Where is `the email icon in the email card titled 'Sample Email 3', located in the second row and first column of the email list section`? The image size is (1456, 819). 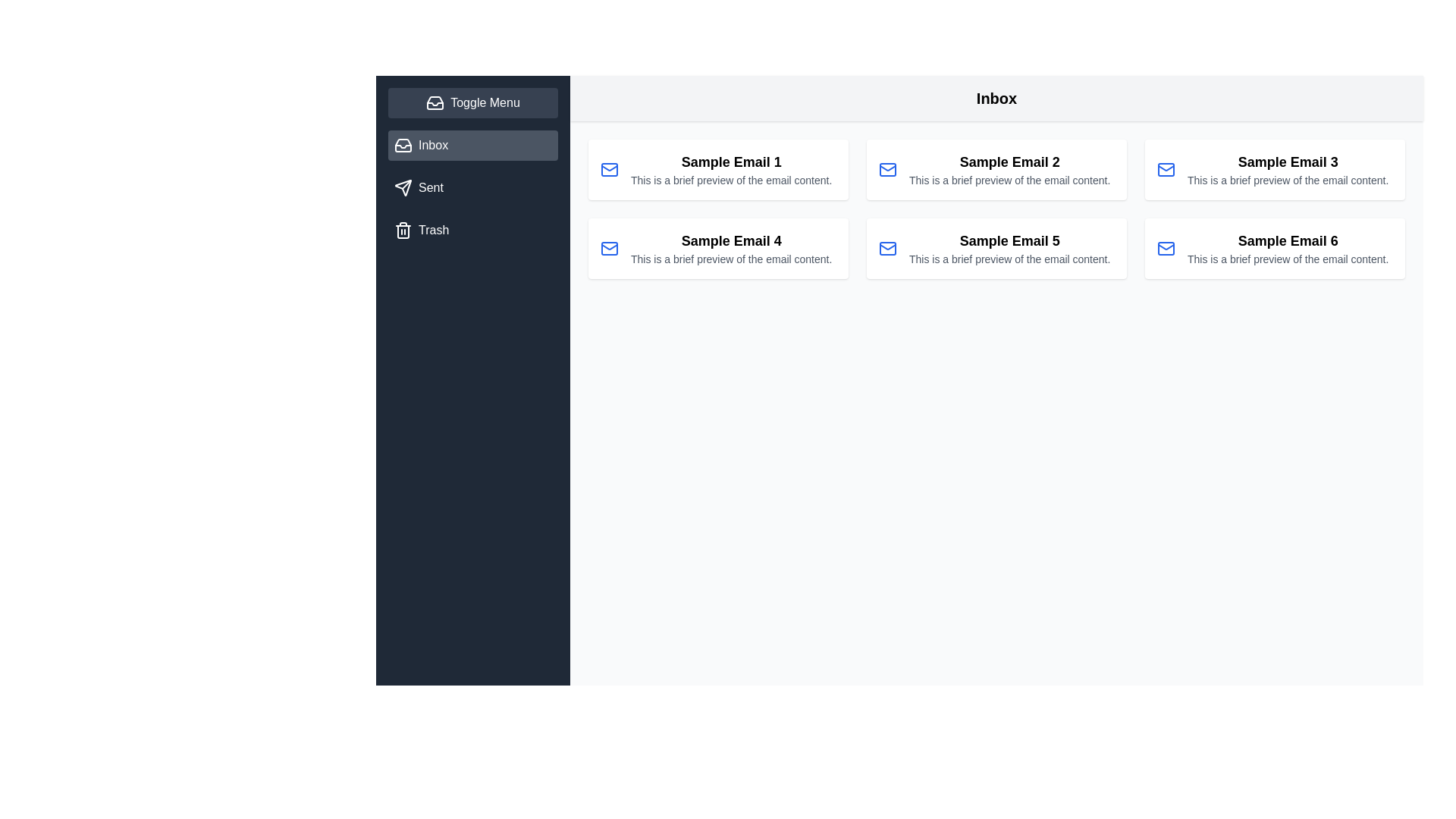 the email icon in the email card titled 'Sample Email 3', located in the second row and first column of the email list section is located at coordinates (1165, 169).